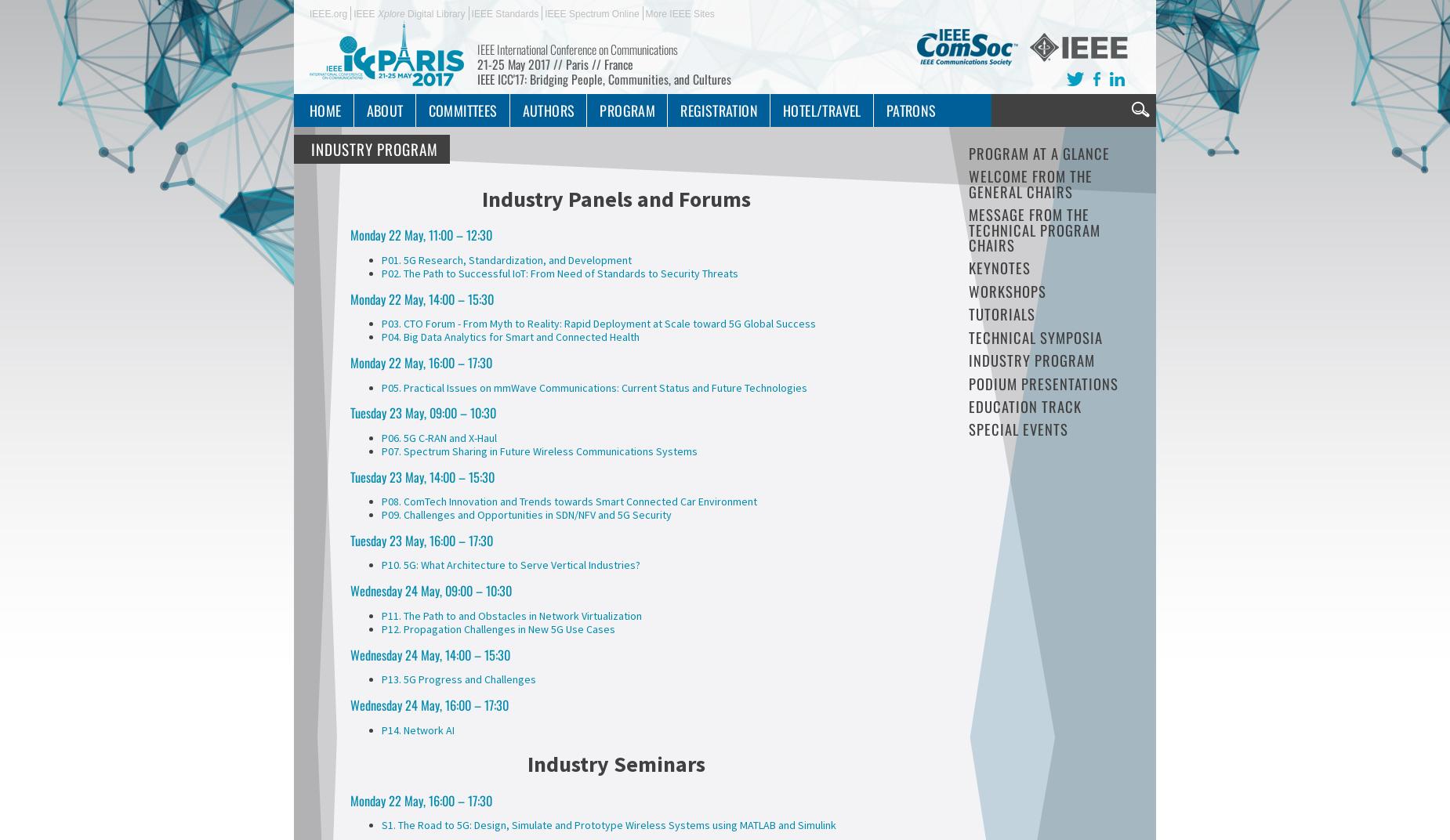 The width and height of the screenshot is (1450, 840). What do you see at coordinates (569, 501) in the screenshot?
I see `'P08. ComTech Innovation and Trends towards Smart Connected Car Environment'` at bounding box center [569, 501].